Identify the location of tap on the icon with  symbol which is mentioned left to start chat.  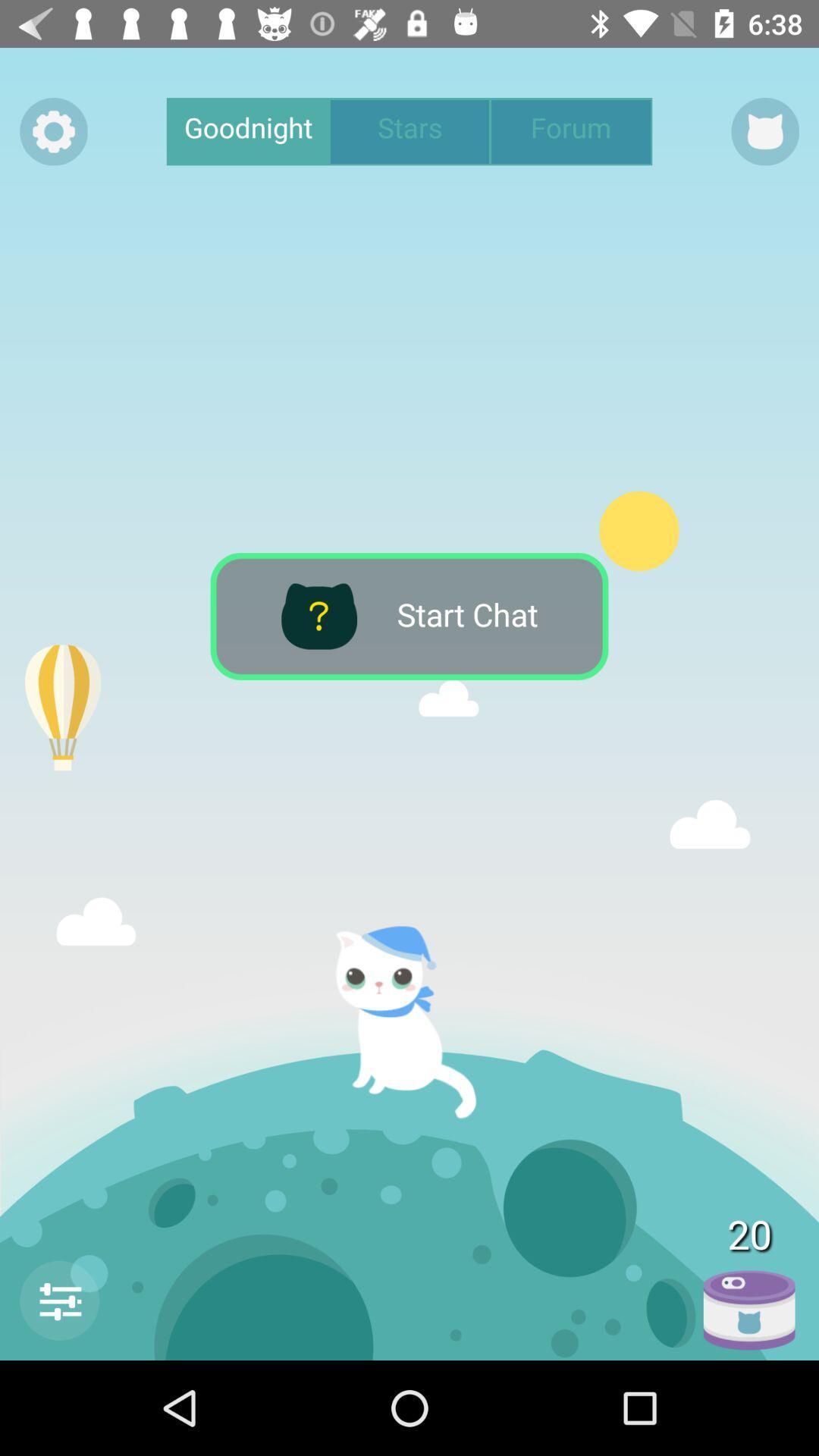
(318, 617).